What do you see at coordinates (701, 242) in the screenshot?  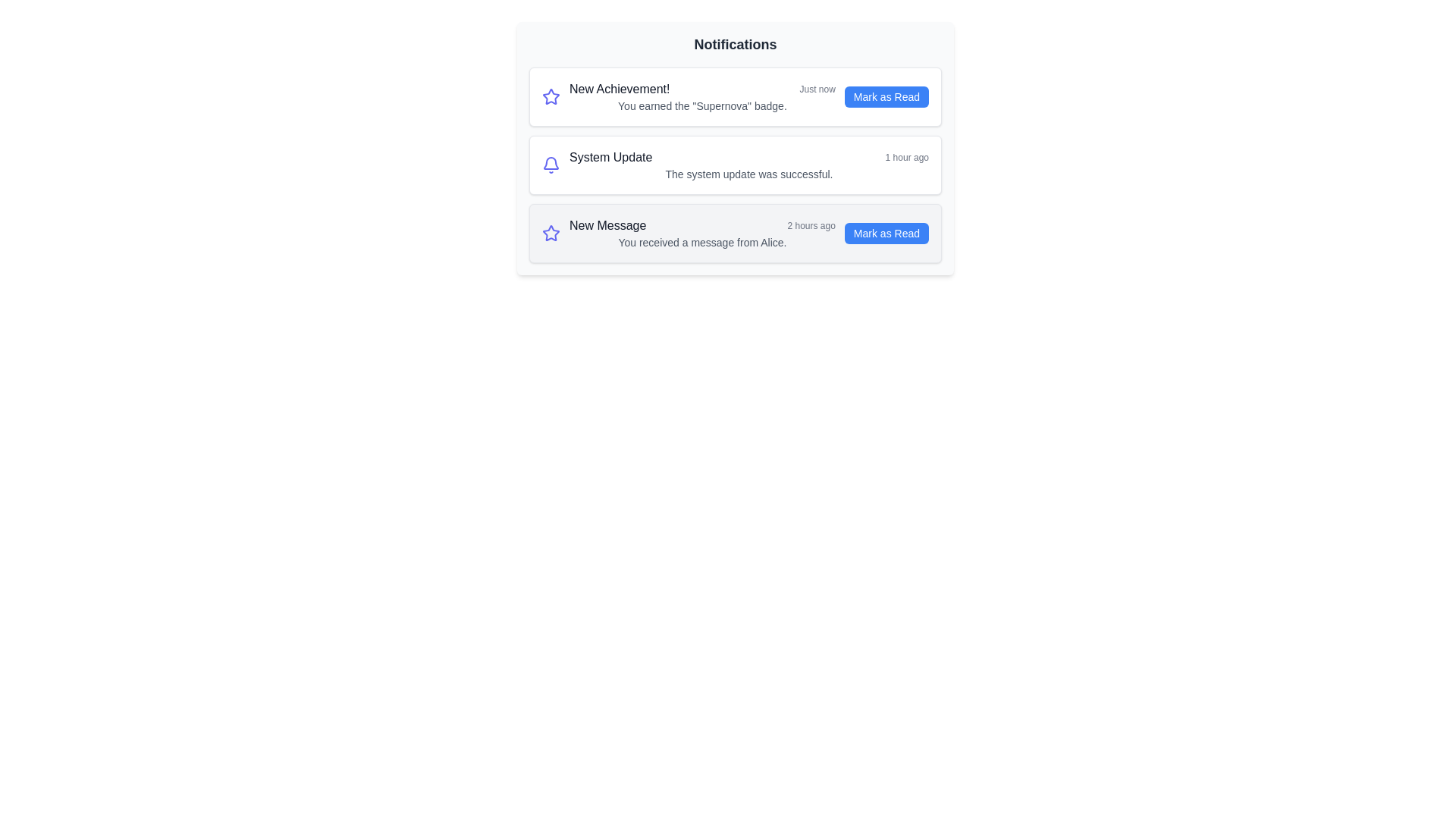 I see `the text notification message that reads 'You received a message from Alice.' which is styled in gray and located below the 'New Message' title in the third notification section` at bounding box center [701, 242].